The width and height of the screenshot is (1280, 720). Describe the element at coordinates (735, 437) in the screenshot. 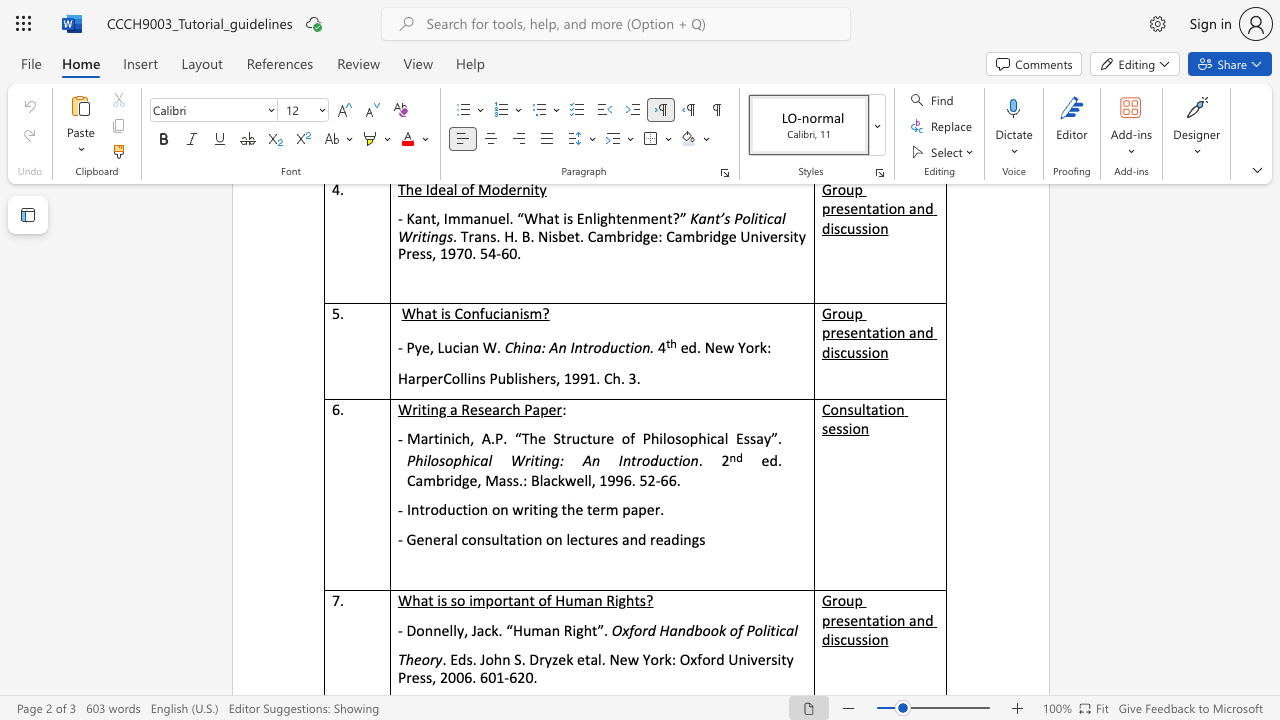

I see `the subset text "Es" within the text "Martinich, A.P. “The Structure of Philosophical Essay”."` at that location.